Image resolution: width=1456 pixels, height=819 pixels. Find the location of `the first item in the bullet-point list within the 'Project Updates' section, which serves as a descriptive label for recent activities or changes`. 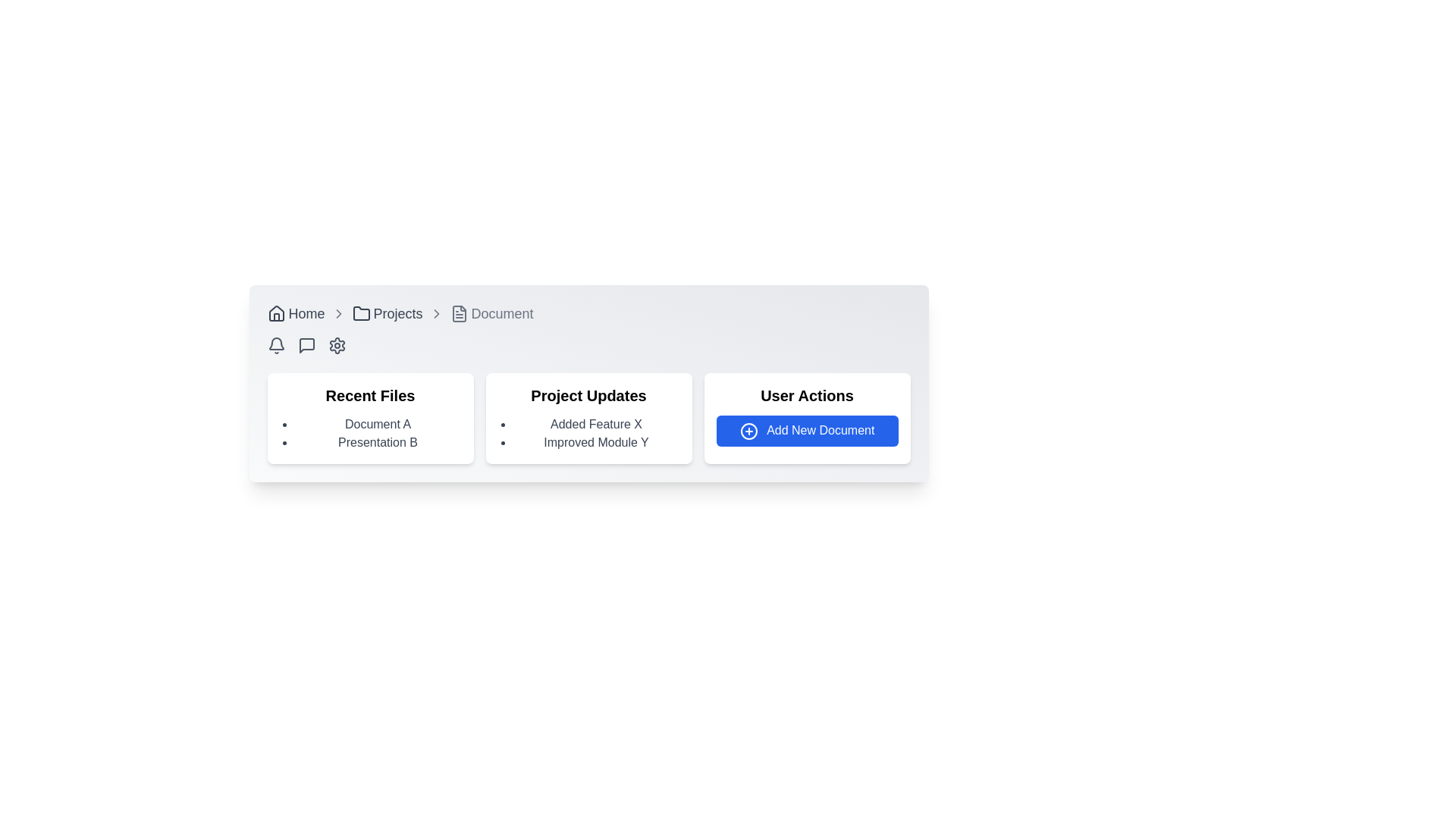

the first item in the bullet-point list within the 'Project Updates' section, which serves as a descriptive label for recent activities or changes is located at coordinates (595, 424).